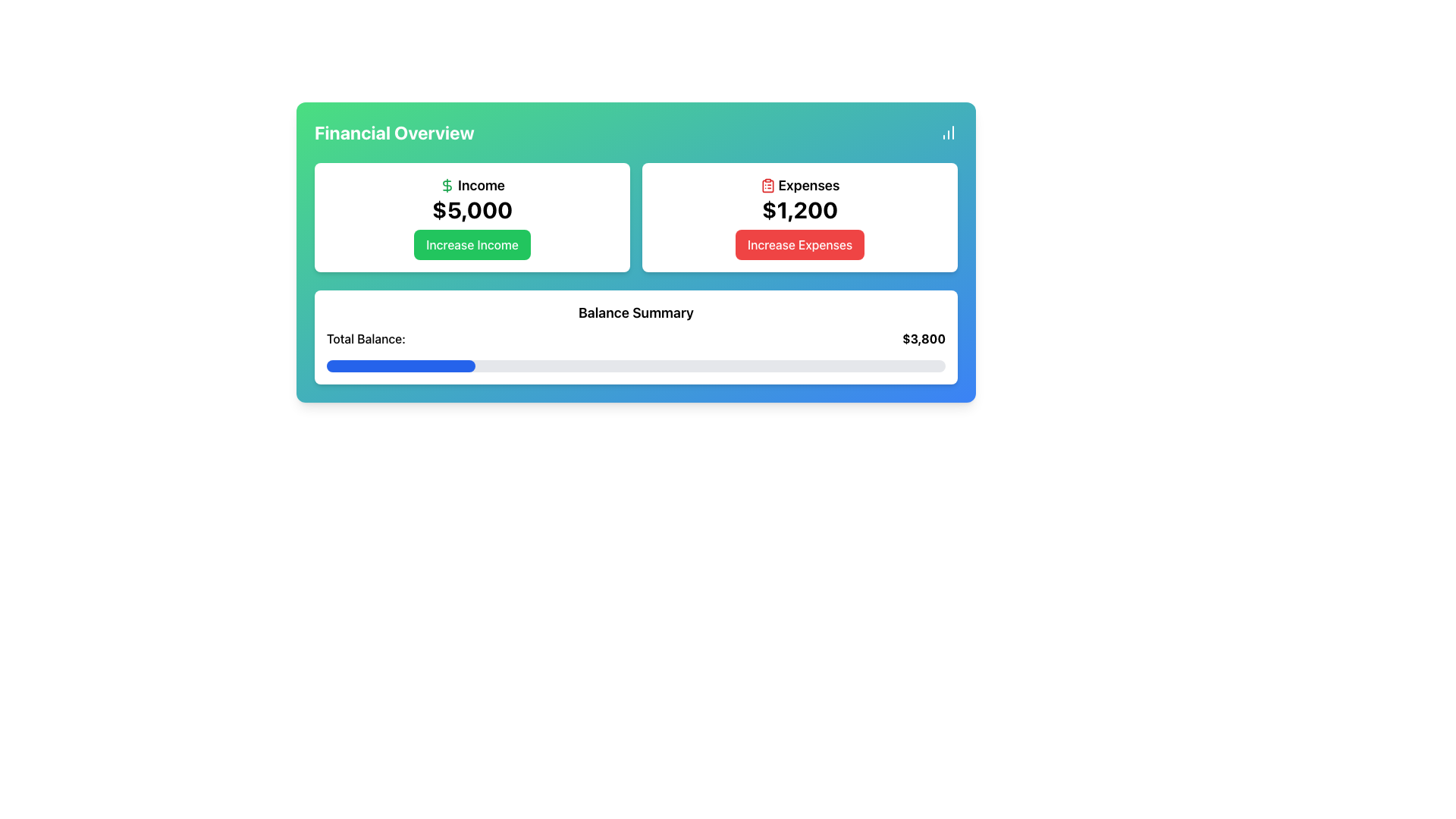  Describe the element at coordinates (948, 131) in the screenshot. I see `the bar chart icon located in the top-right corner of the 'Financial Overview' component` at that location.